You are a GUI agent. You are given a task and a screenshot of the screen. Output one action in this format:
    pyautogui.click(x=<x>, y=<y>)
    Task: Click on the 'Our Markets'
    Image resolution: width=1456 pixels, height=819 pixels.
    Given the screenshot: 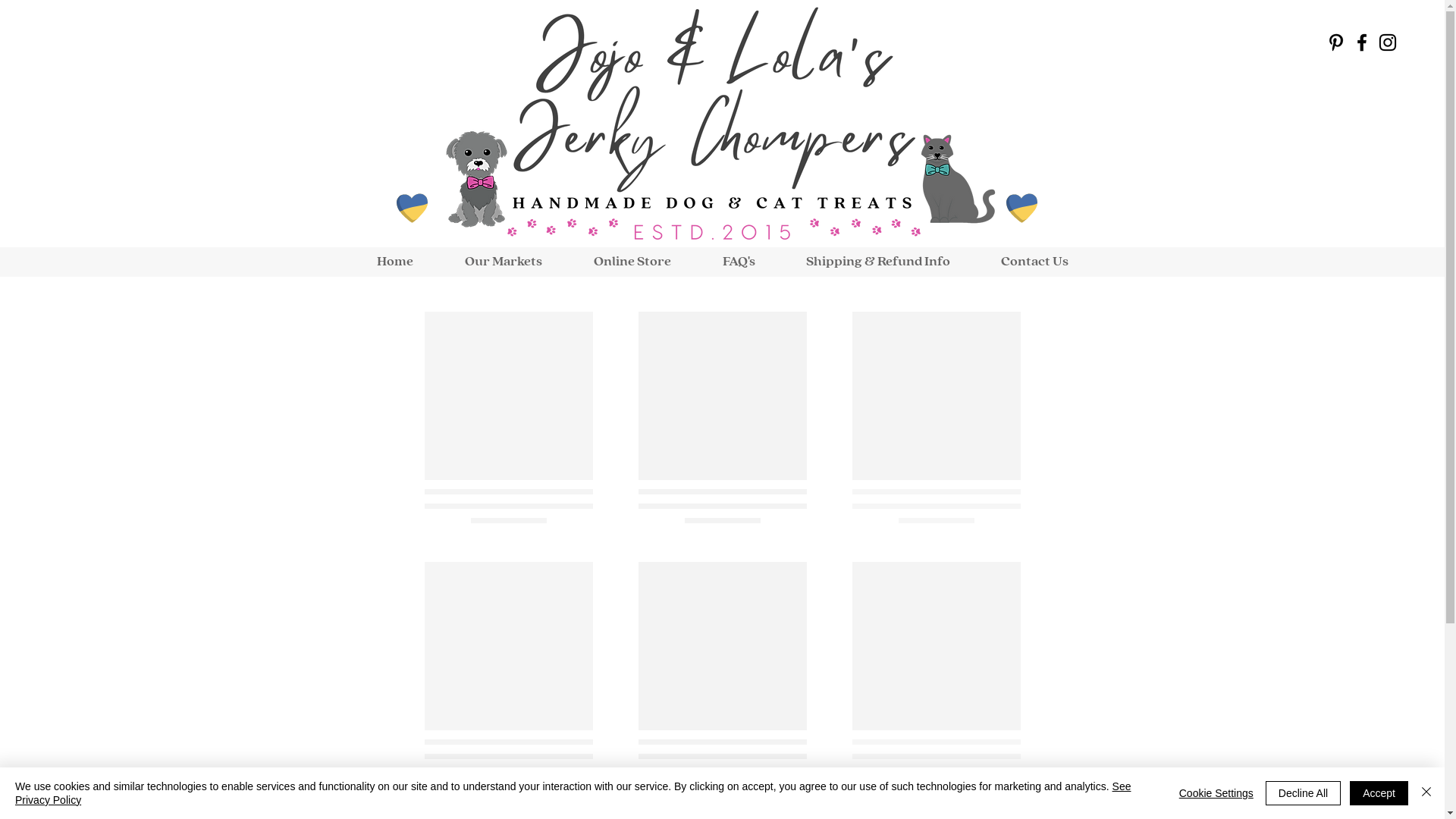 What is the action you would take?
    pyautogui.click(x=502, y=261)
    